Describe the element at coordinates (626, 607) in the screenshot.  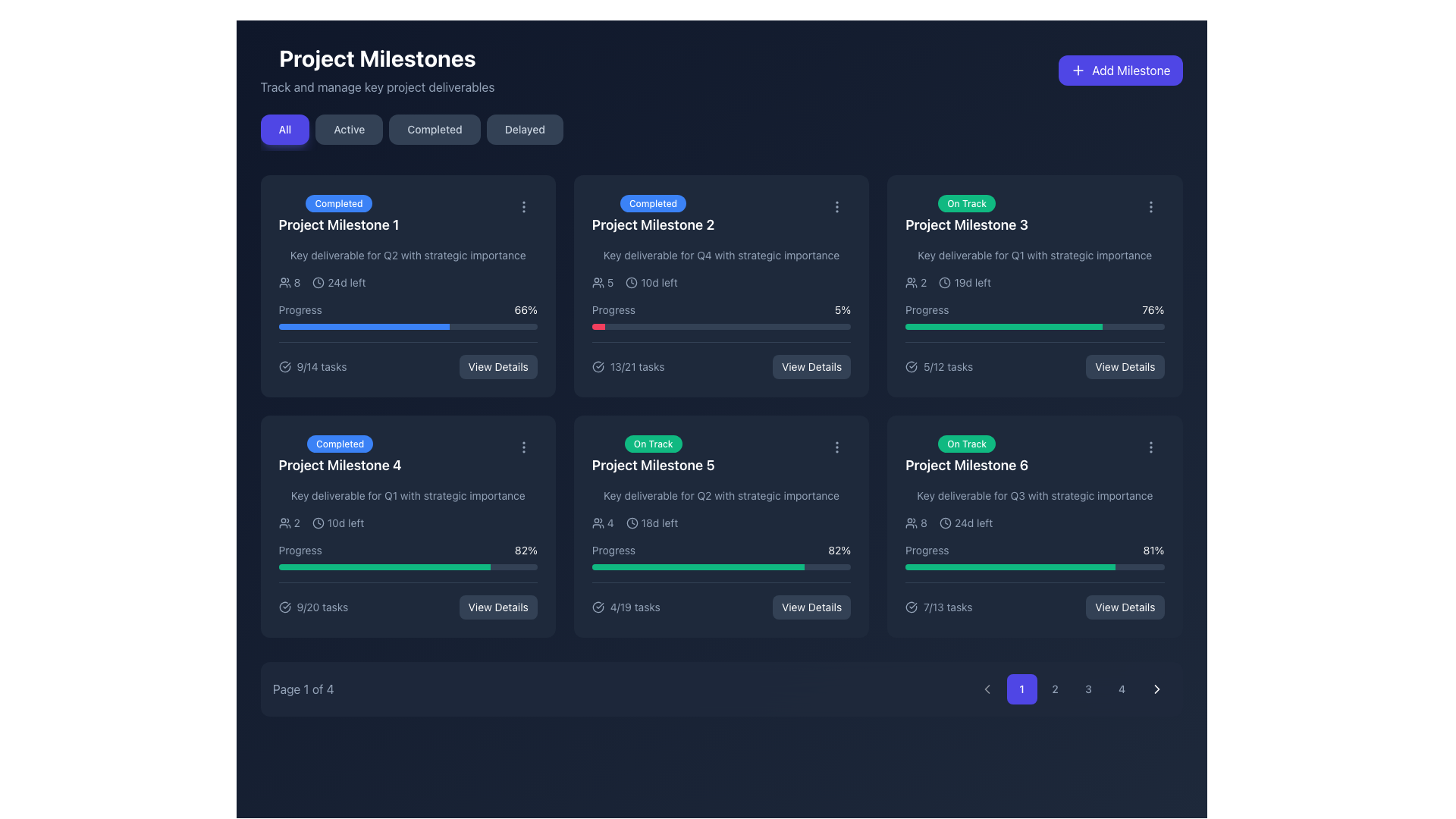
I see `the text label displaying '4/19 tasks' with the accompanying checkmark icon located at the bottom section of the card labeled 'Project Milestone 5'` at that location.